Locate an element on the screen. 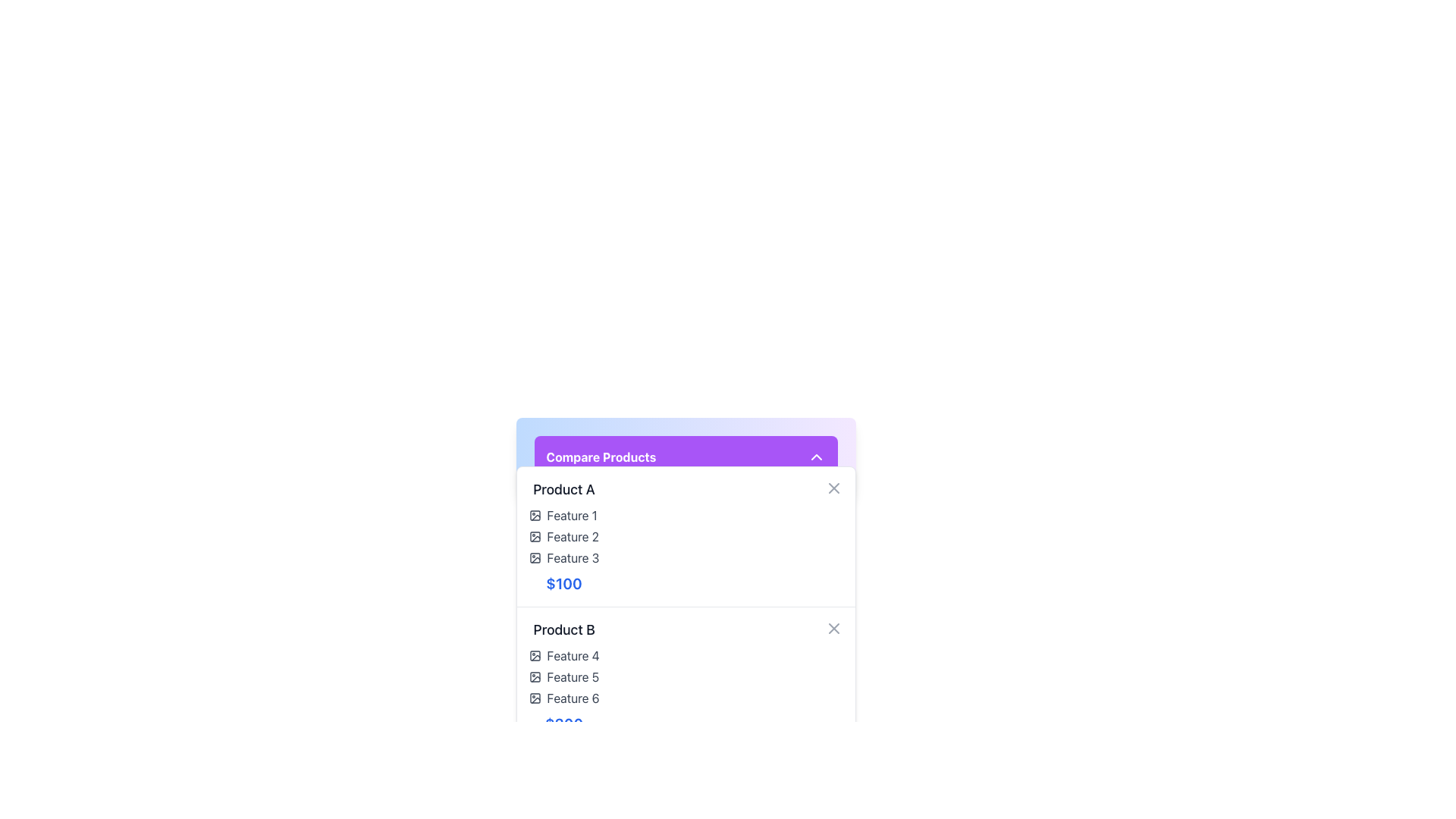 The width and height of the screenshot is (1456, 819). the Text Label that displays the price of 'Product B', located at the bottom of the product card is located at coordinates (563, 723).